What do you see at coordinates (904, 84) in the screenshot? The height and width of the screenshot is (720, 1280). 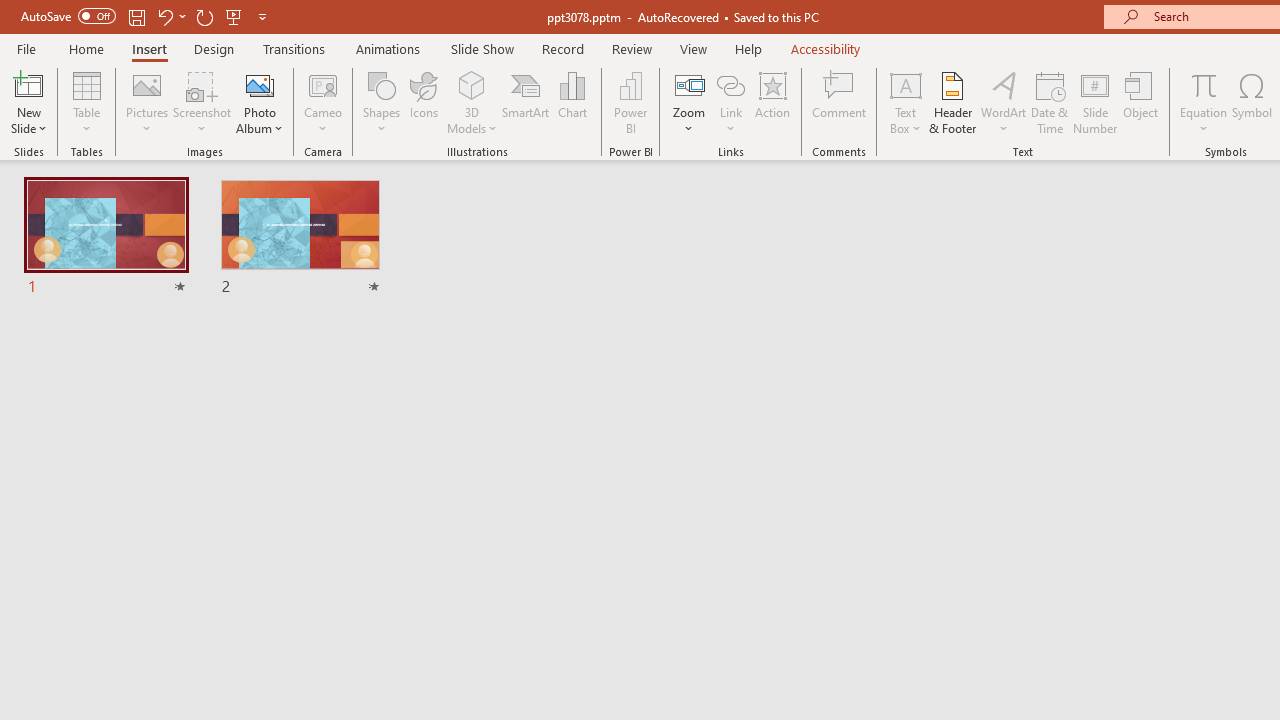 I see `'Draw Horizontal Text Box'` at bounding box center [904, 84].